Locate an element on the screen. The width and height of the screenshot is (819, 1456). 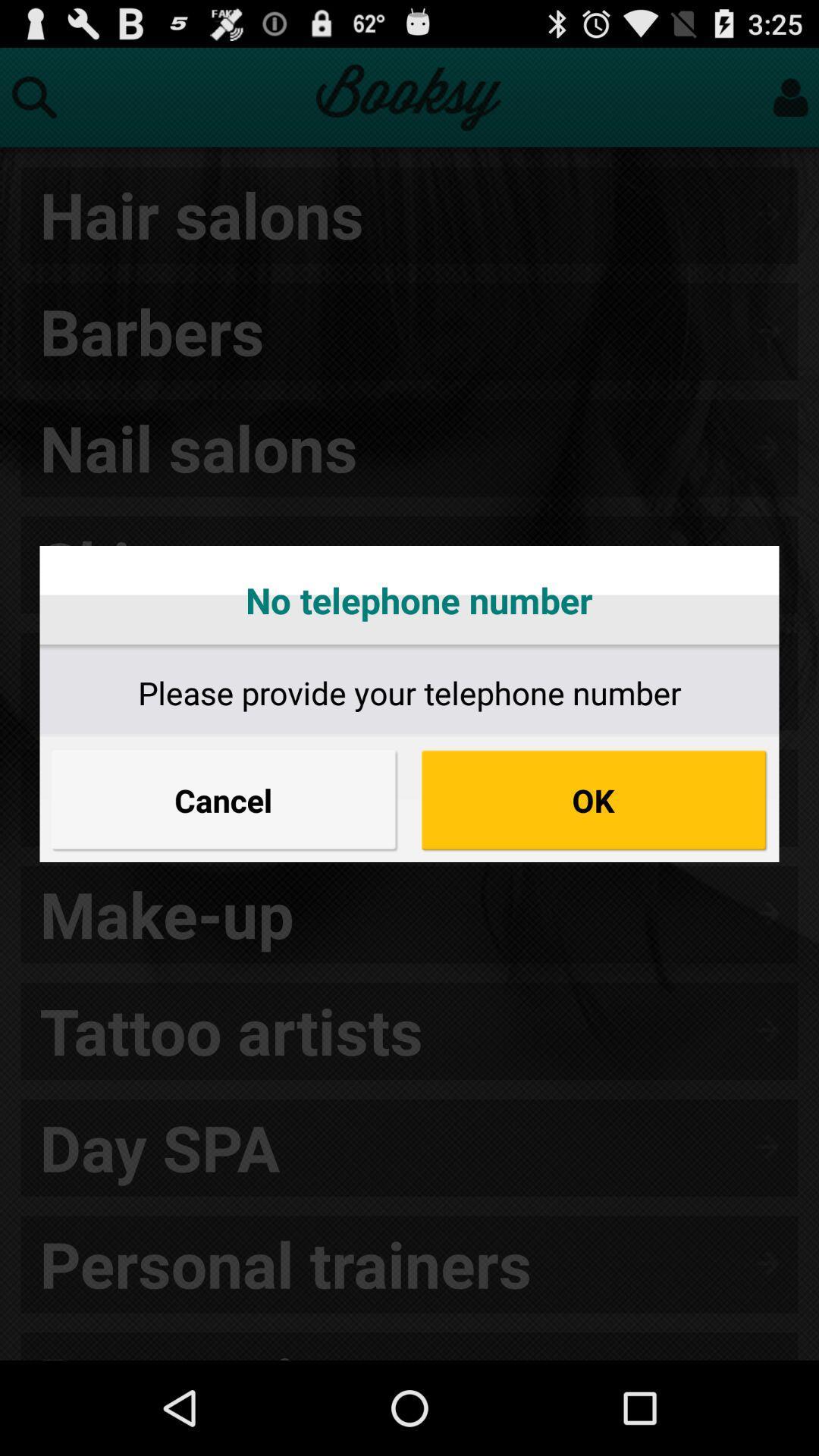
button on the right is located at coordinates (593, 799).